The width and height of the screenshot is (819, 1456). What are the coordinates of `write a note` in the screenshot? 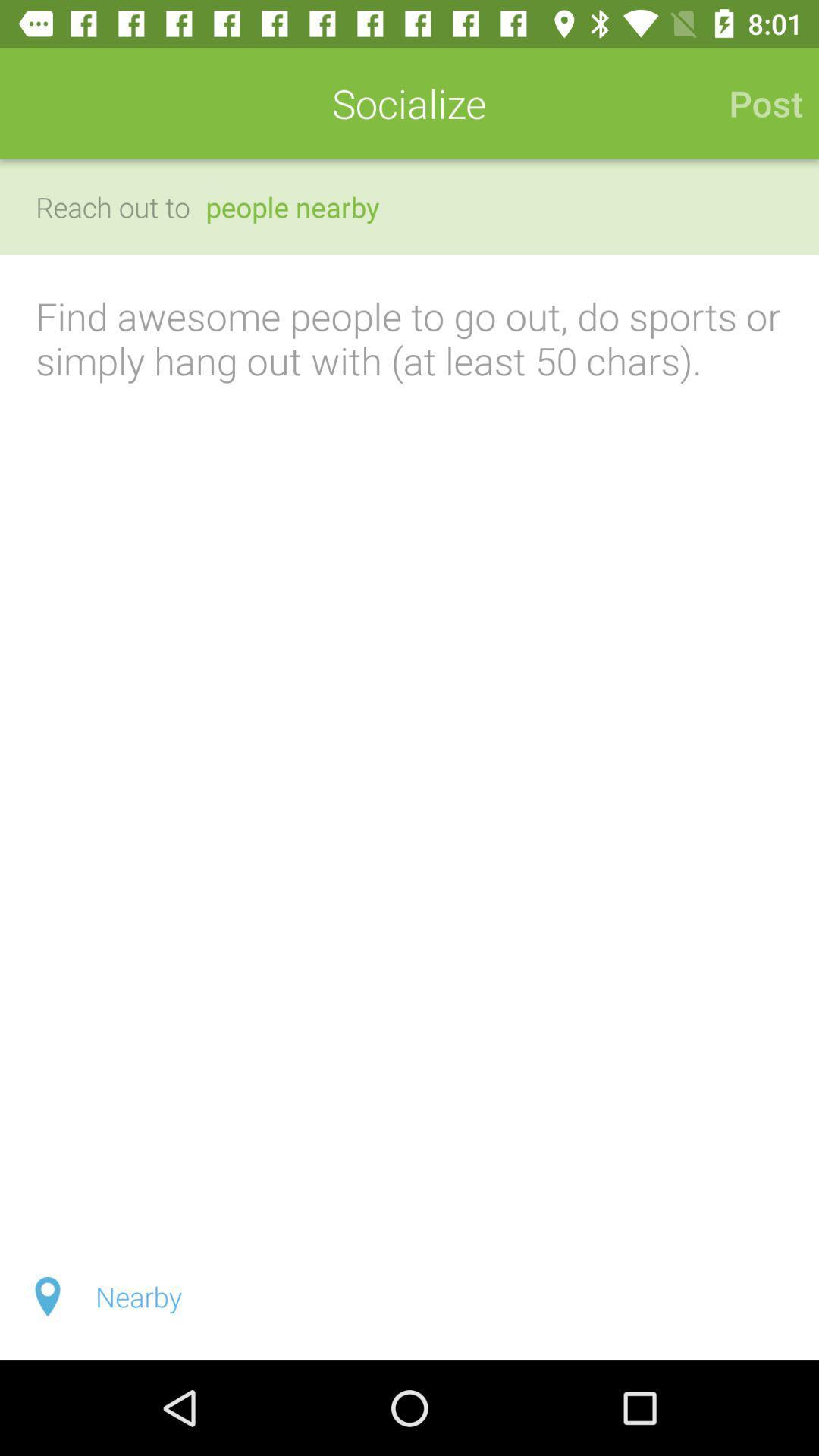 It's located at (409, 743).